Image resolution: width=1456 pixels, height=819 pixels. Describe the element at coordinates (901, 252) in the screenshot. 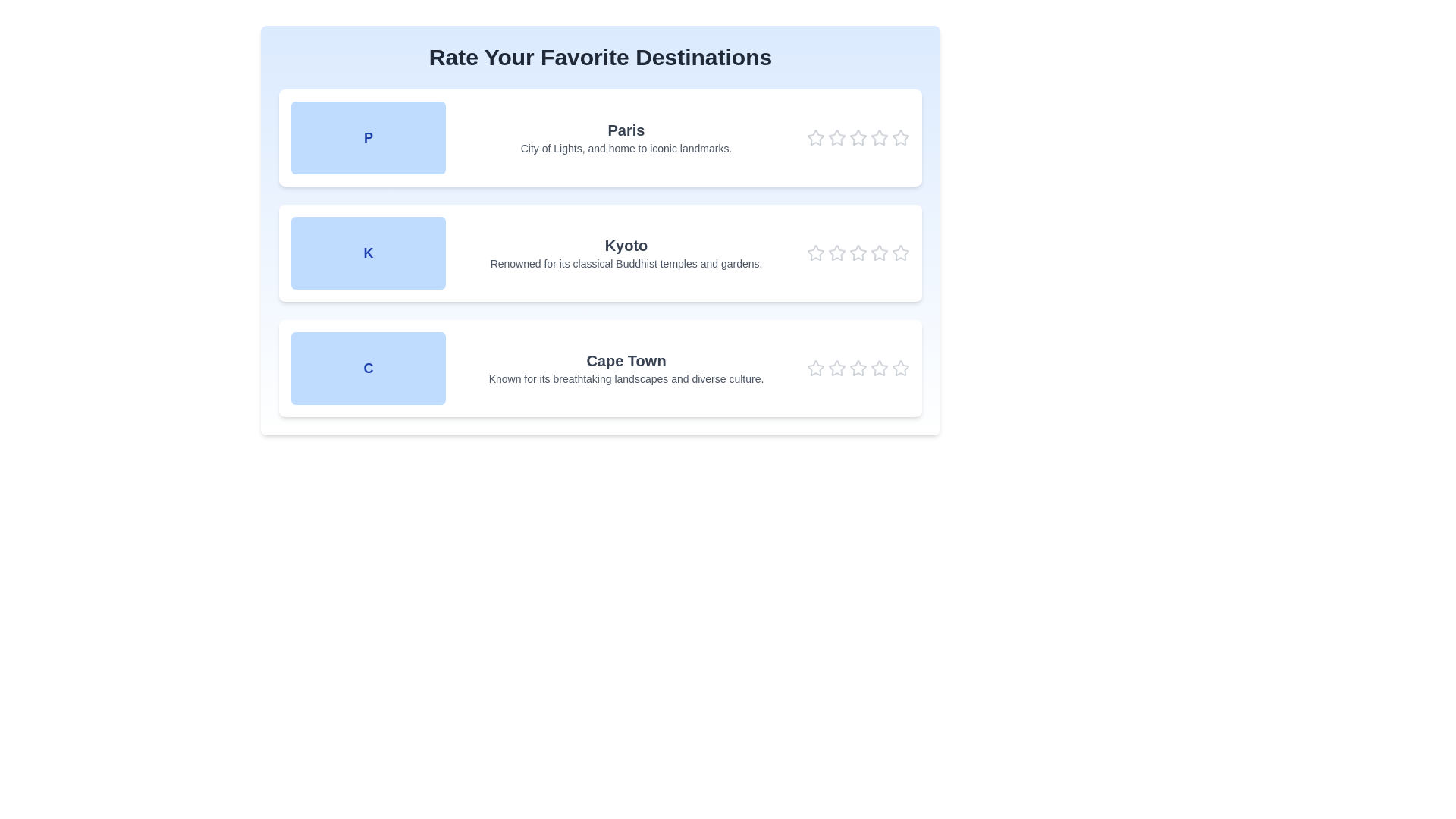

I see `the hollow star-shaped rating icon located to the right of the entry labeled 'Kyoto'` at that location.